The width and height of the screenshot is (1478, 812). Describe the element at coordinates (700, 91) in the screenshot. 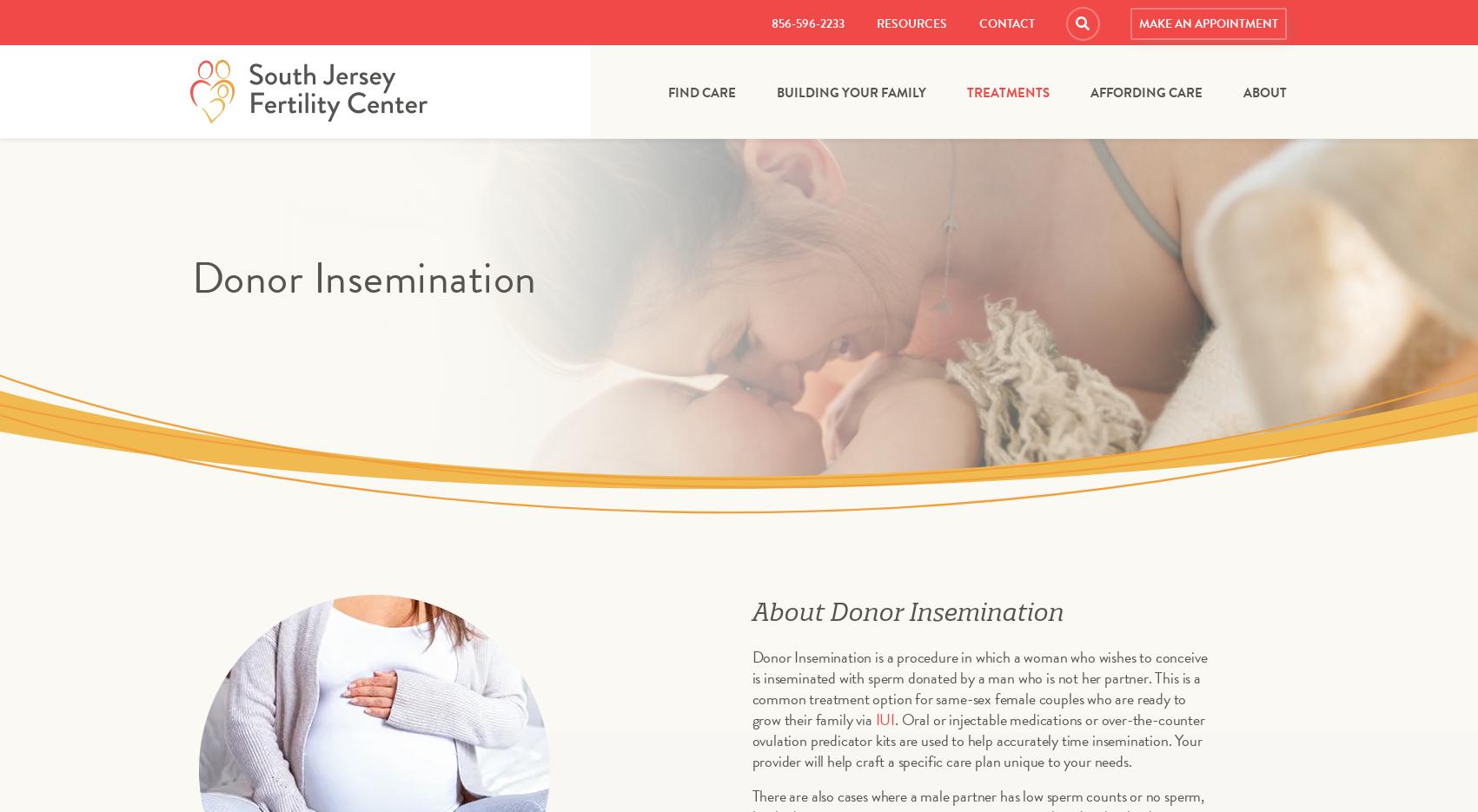

I see `'Find Care'` at that location.